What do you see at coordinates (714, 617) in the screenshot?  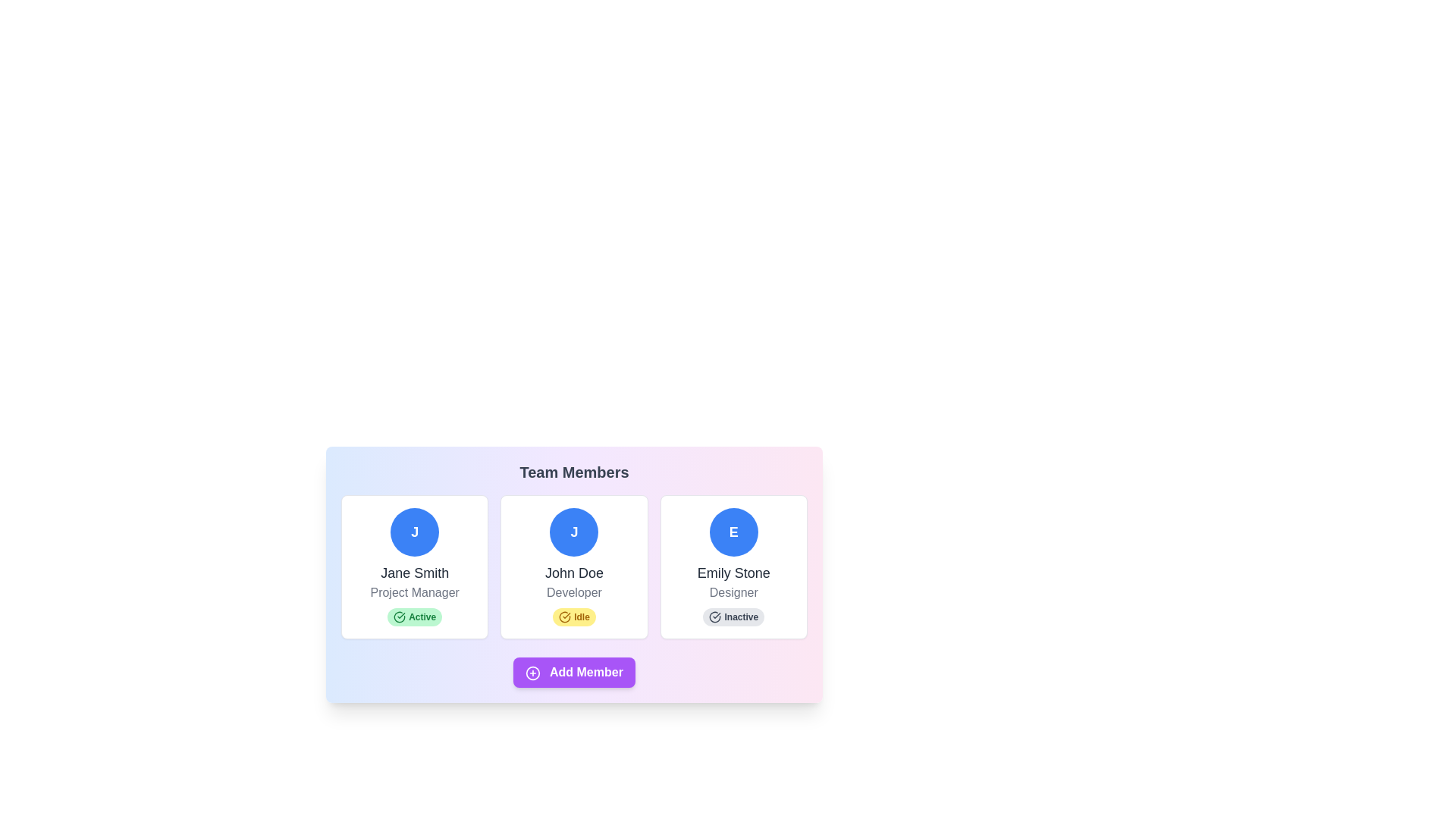 I see `the inactive status SVG icon located to the left of the 'Inactive' text within a gray rounded background at the bottom of the rightmost card in a three-card layout` at bounding box center [714, 617].